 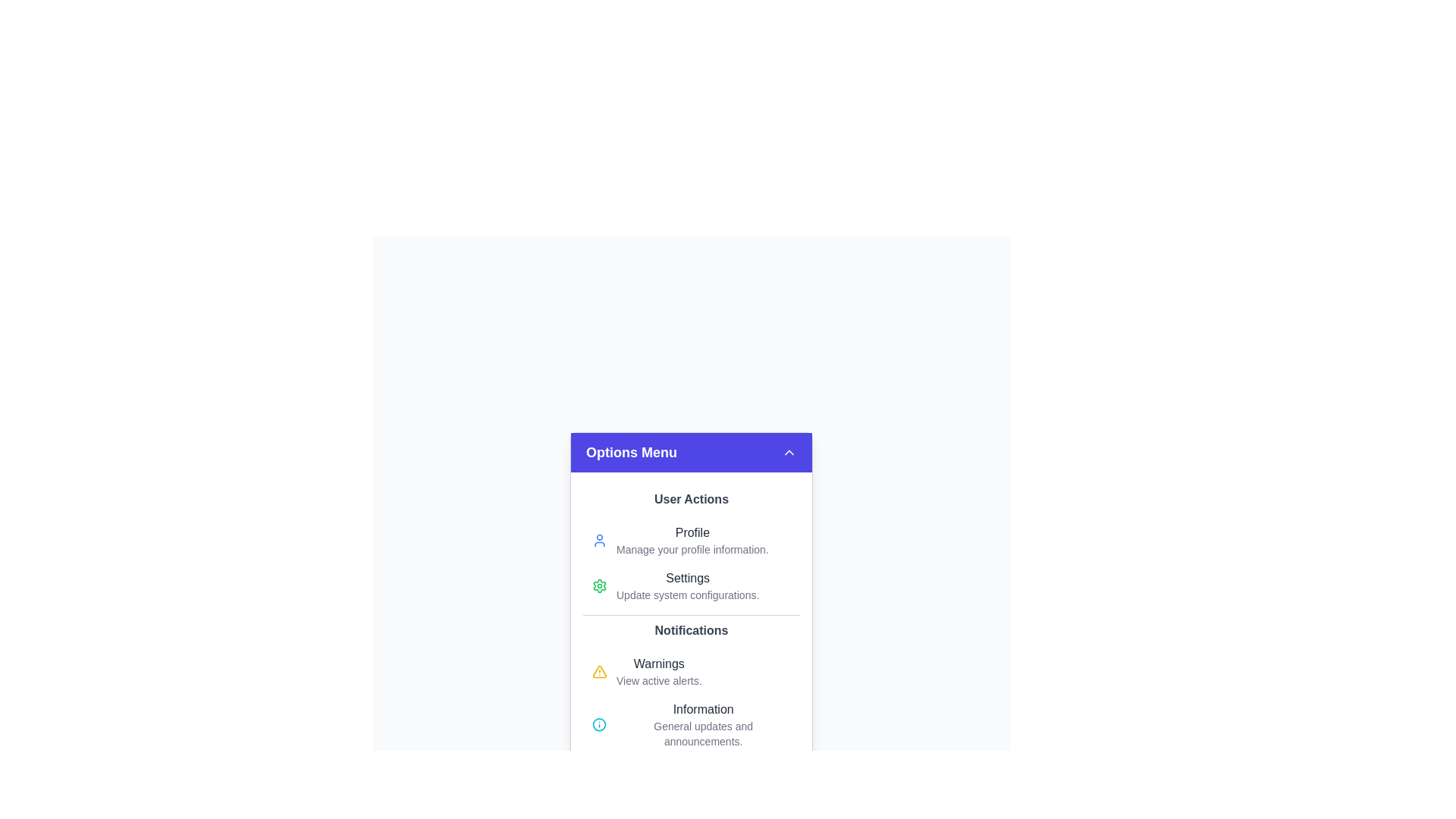 What do you see at coordinates (789, 452) in the screenshot?
I see `the downward chevron icon on the far-right end of the 'Options Menu' header bar` at bounding box center [789, 452].